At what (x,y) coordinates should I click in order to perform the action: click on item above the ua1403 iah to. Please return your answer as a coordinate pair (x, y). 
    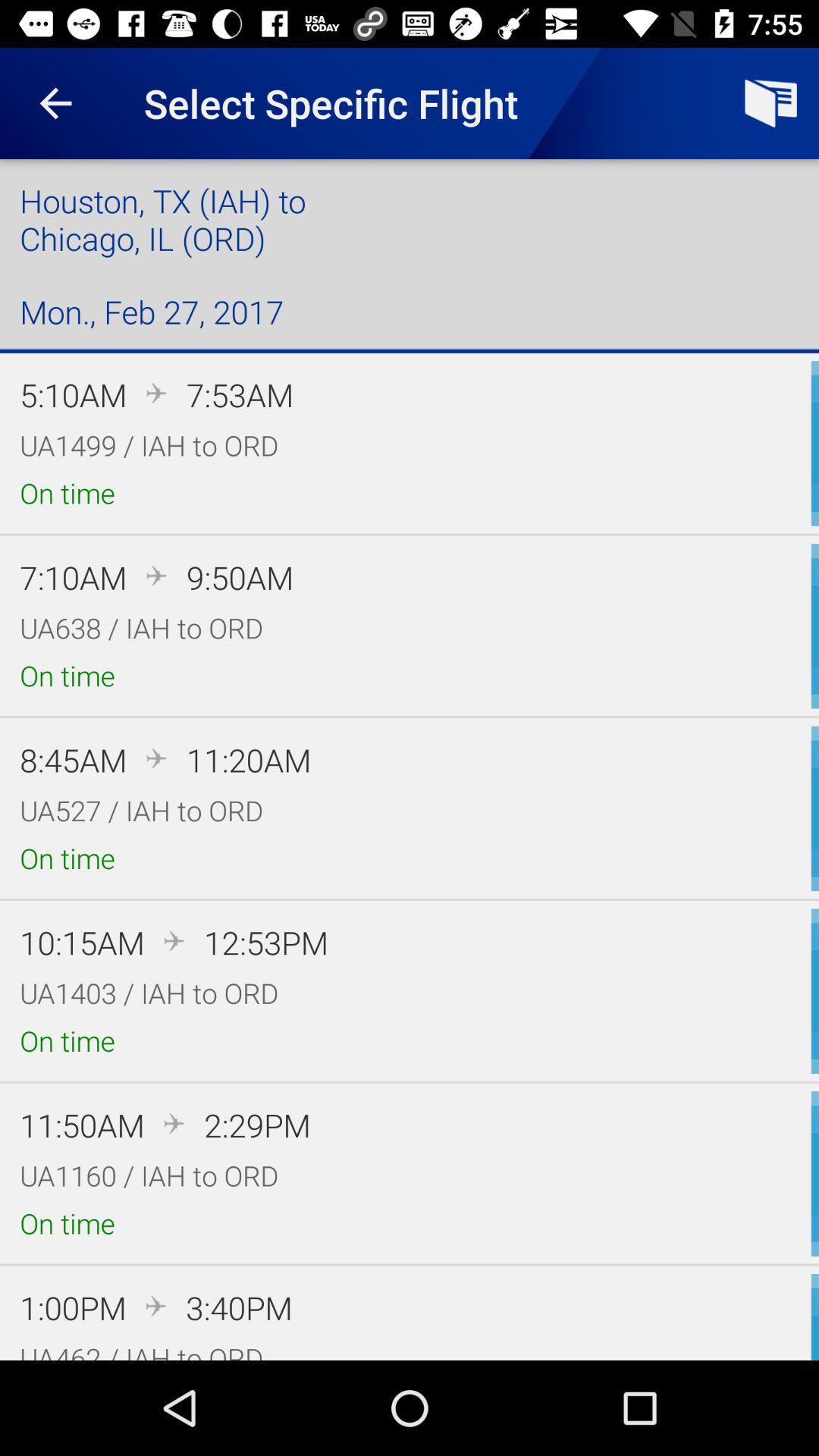
    Looking at the image, I should click on (82, 941).